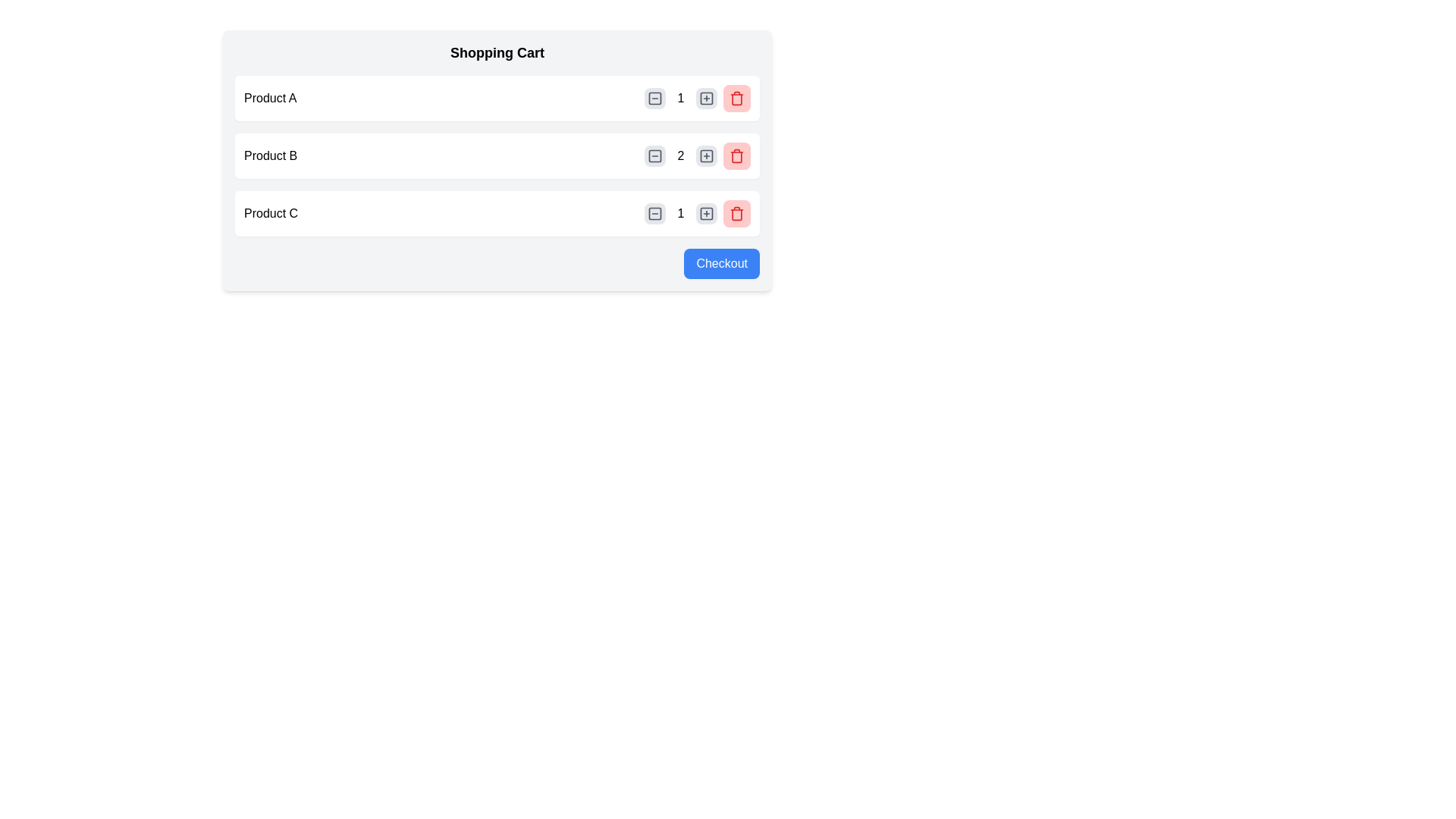 Image resolution: width=1456 pixels, height=819 pixels. I want to click on the square button with rounded corners and a plus symbol located to the right of the numeric quantity '1' for 'Product A' in the shopping cart interface to increment the quantity, so click(705, 99).